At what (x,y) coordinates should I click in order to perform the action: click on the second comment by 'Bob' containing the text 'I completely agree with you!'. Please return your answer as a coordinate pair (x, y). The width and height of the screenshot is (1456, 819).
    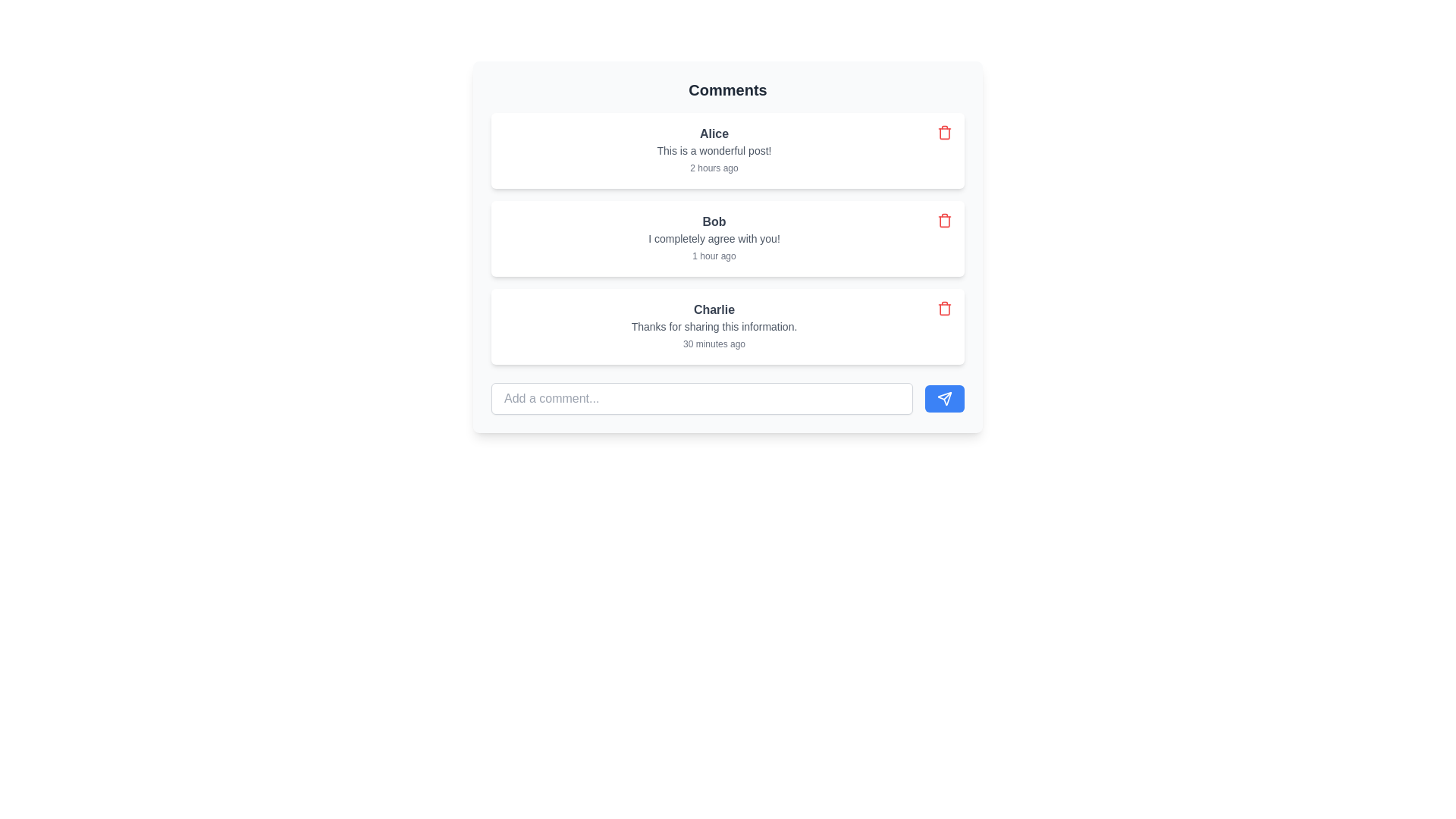
    Looking at the image, I should click on (728, 246).